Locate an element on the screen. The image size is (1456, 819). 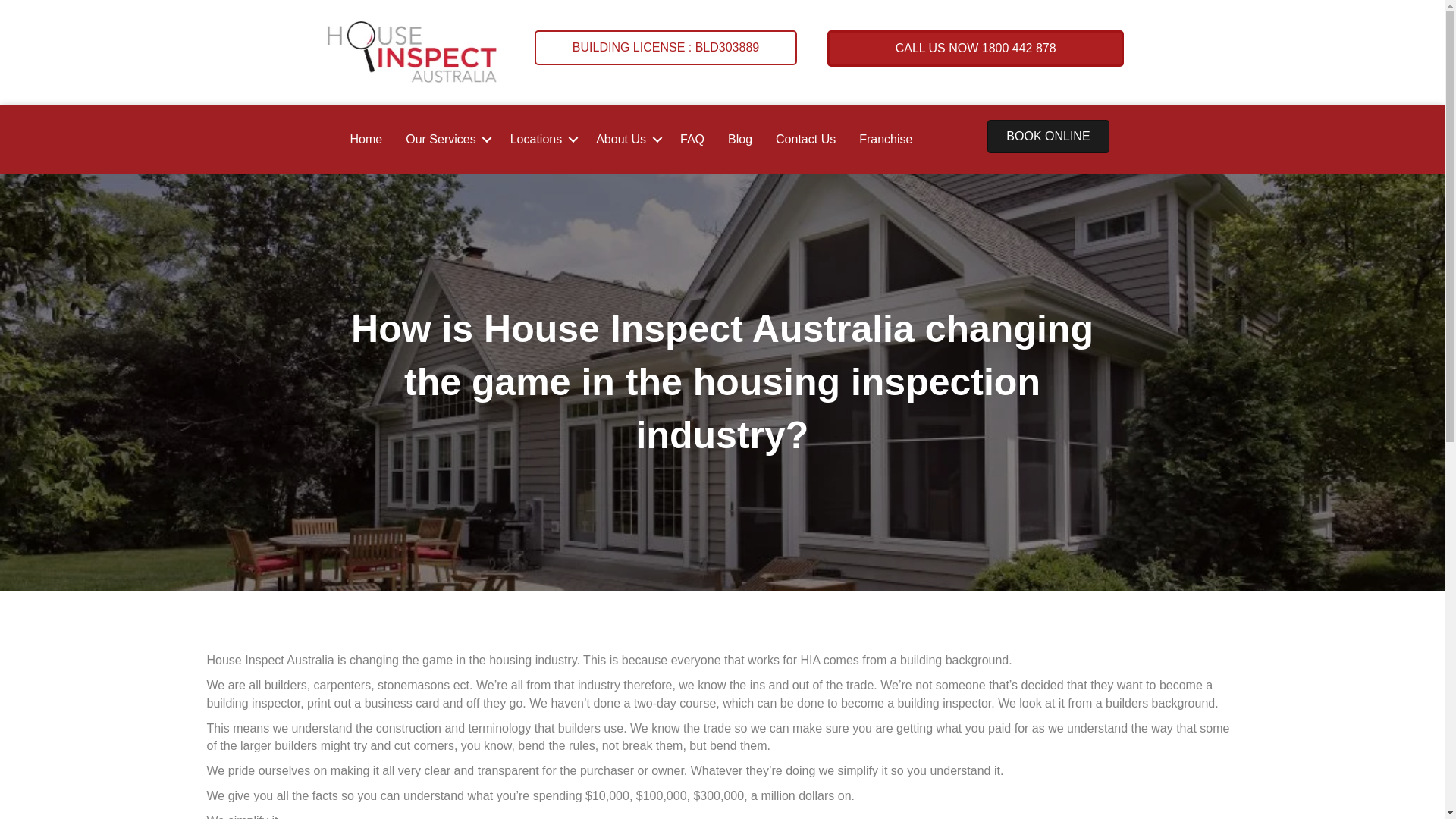
'CALL US NOW 1800 442 878' is located at coordinates (975, 48).